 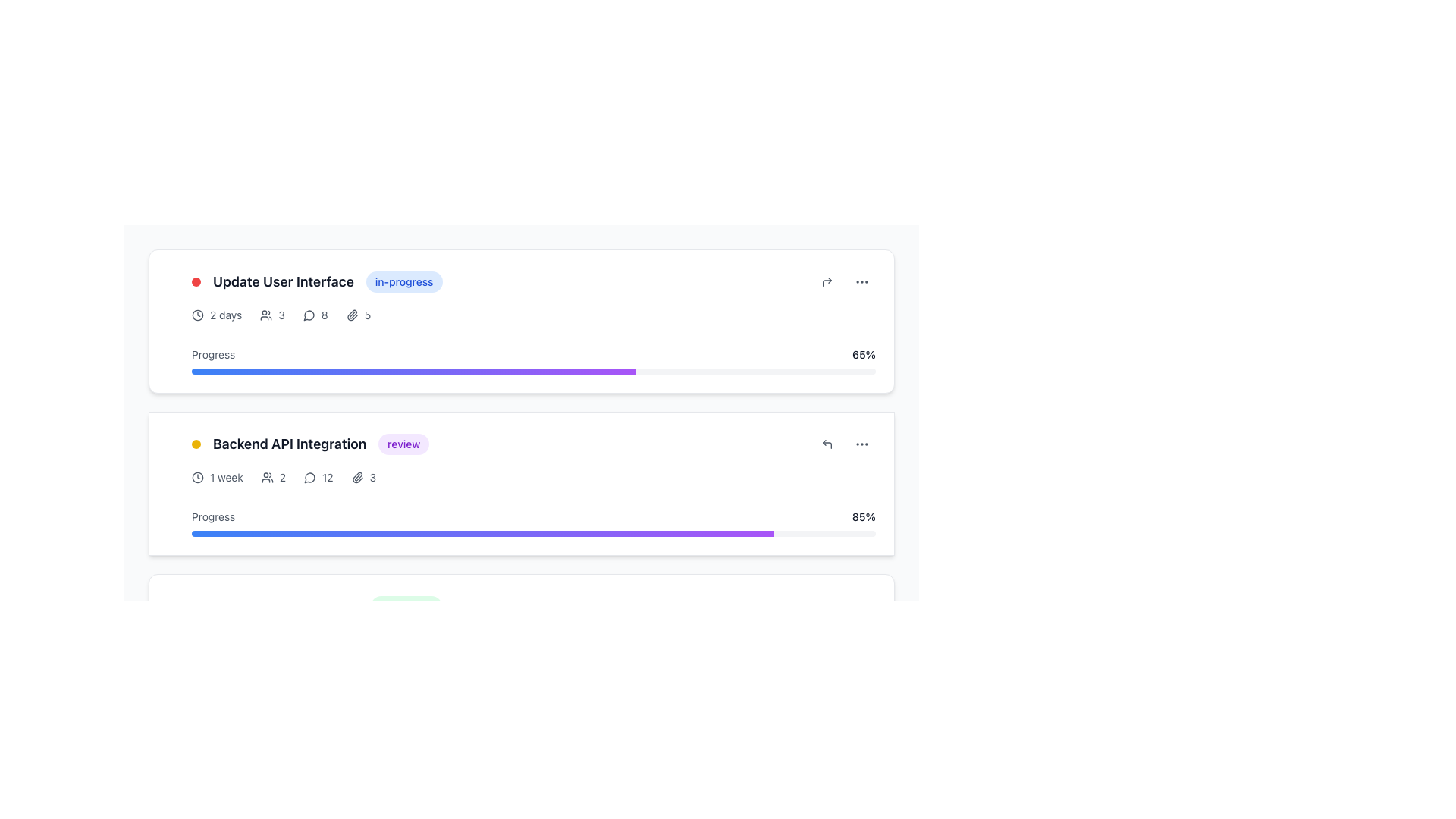 I want to click on the gradient-colored progress bar located beneath the 'Backend API Integration' section, so click(x=414, y=371).